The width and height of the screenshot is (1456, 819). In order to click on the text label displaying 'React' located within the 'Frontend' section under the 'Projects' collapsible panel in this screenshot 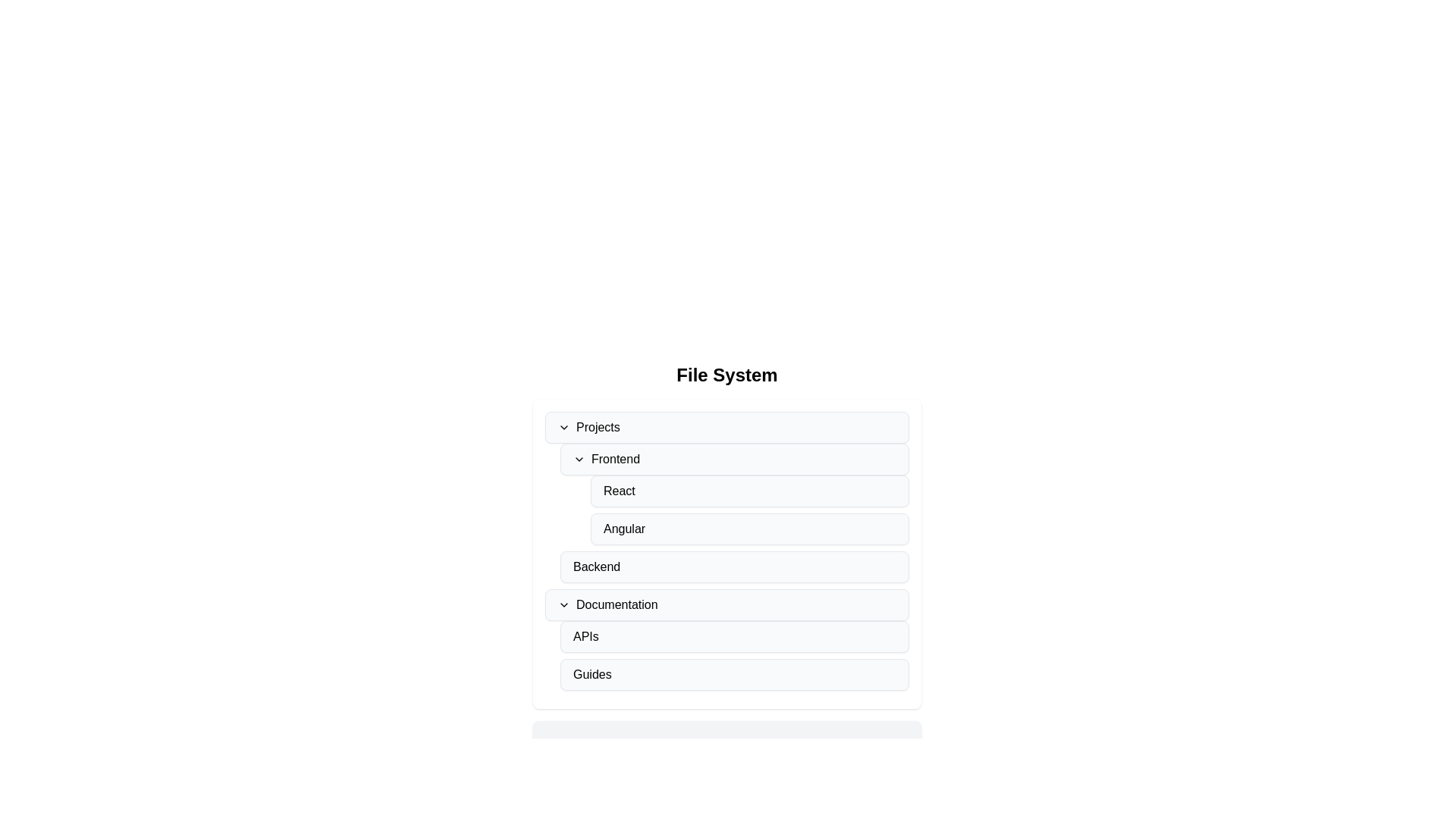, I will do `click(619, 491)`.